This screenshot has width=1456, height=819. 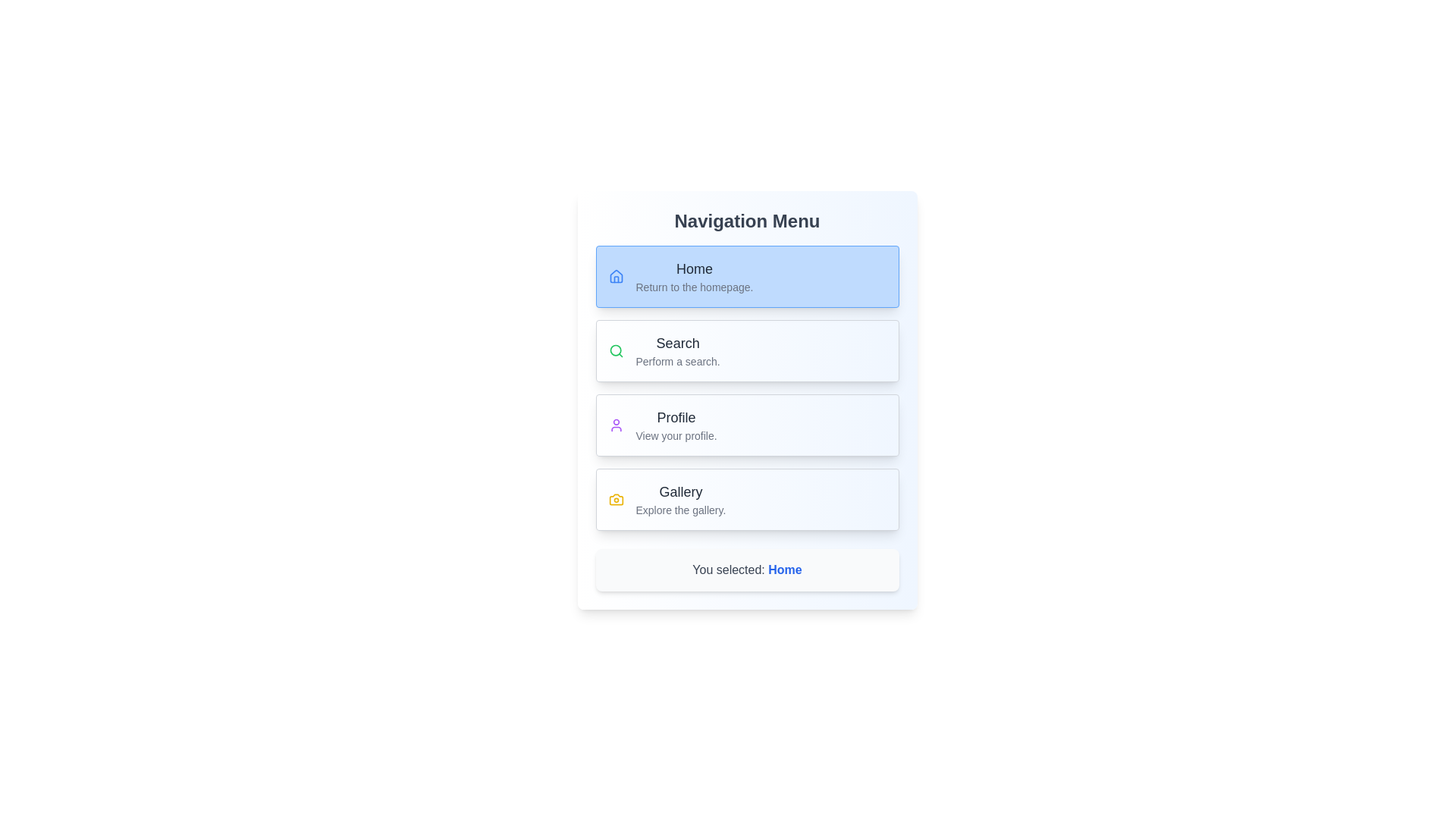 I want to click on the menu item labeled Search to view its hover effect, so click(x=747, y=350).